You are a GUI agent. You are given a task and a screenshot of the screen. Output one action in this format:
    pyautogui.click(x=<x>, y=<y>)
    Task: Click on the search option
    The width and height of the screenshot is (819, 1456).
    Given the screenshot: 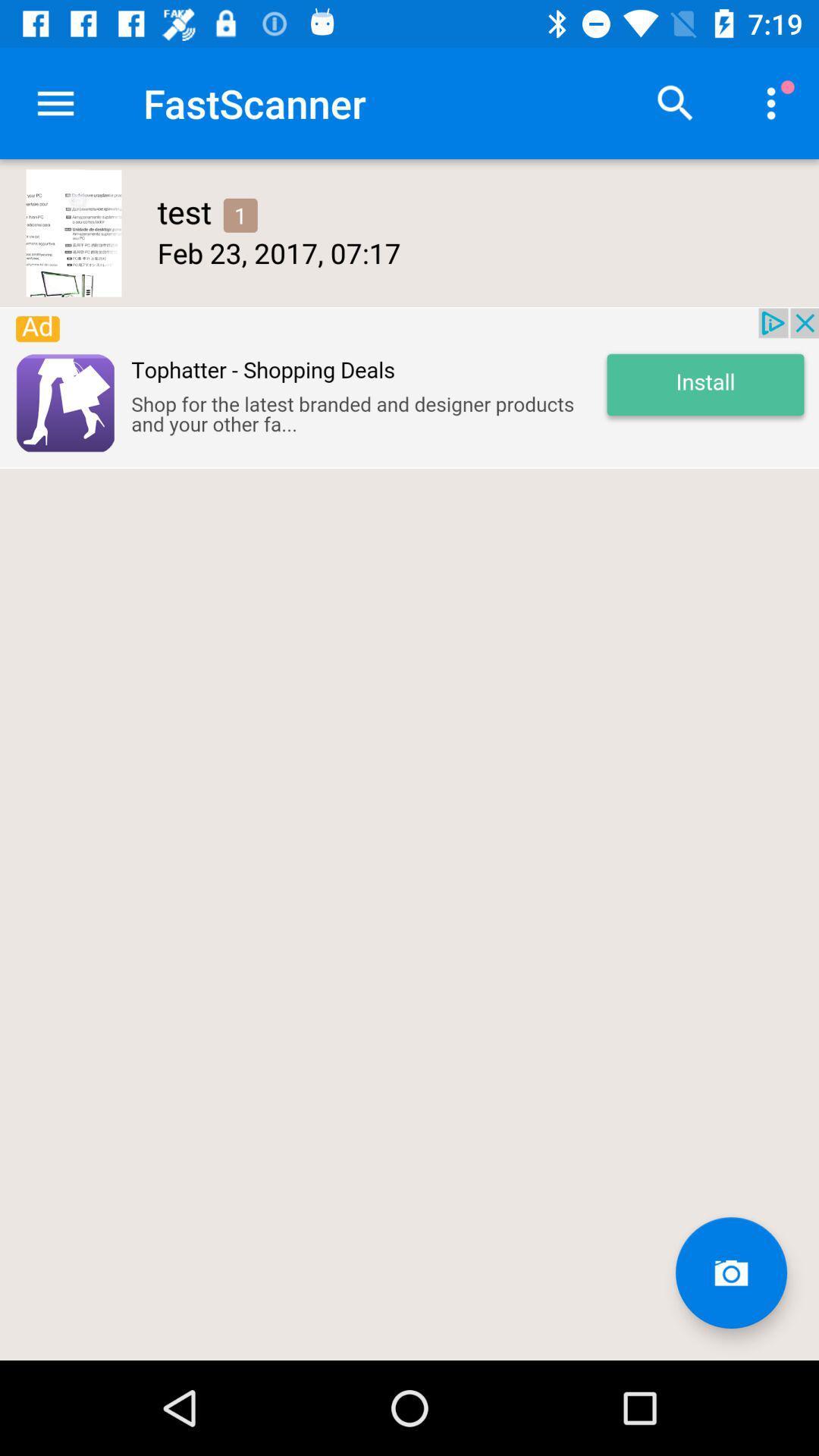 What is the action you would take?
    pyautogui.click(x=675, y=102)
    